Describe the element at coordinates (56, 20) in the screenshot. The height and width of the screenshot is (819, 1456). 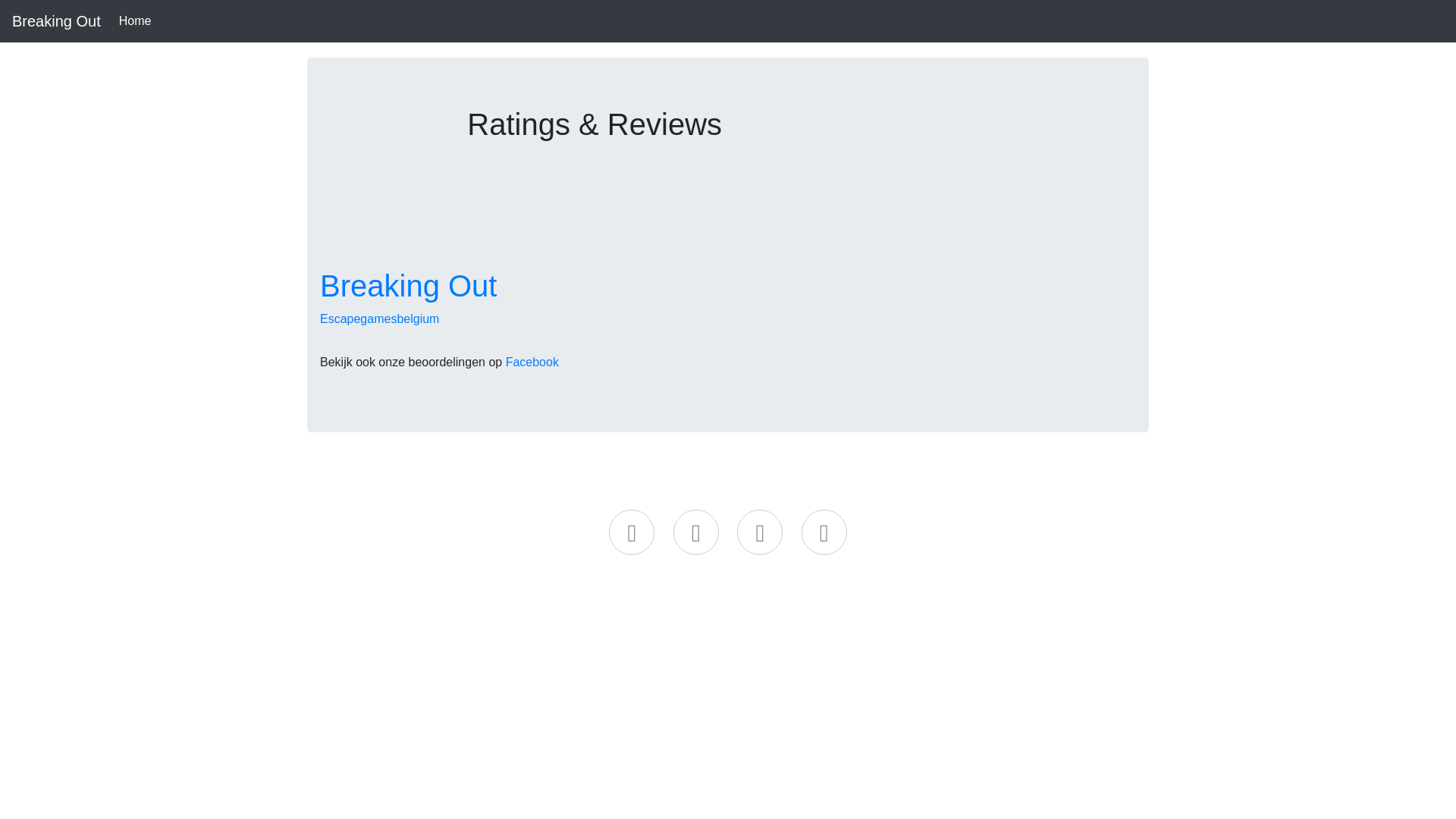
I see `'Breaking Out'` at that location.